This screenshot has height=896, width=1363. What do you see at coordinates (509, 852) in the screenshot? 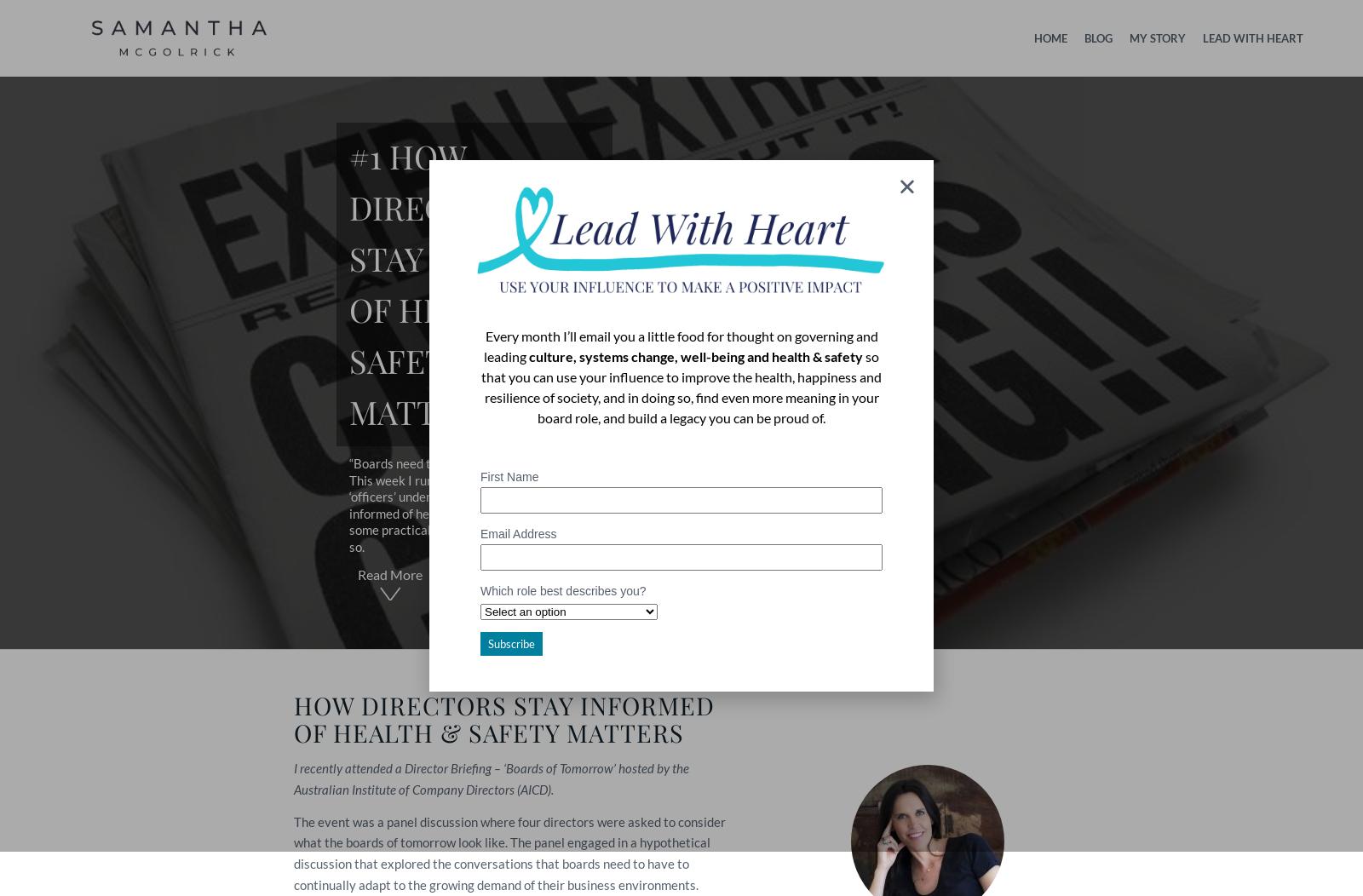
I see `'The event was a panel discussion where four directors were asked to consider what the boards of tomorrow look like. The panel engaged in a hypothetical discussion that explored the conversations that boards need to have to continually adapt to the growing demand of their business environments.'` at bounding box center [509, 852].